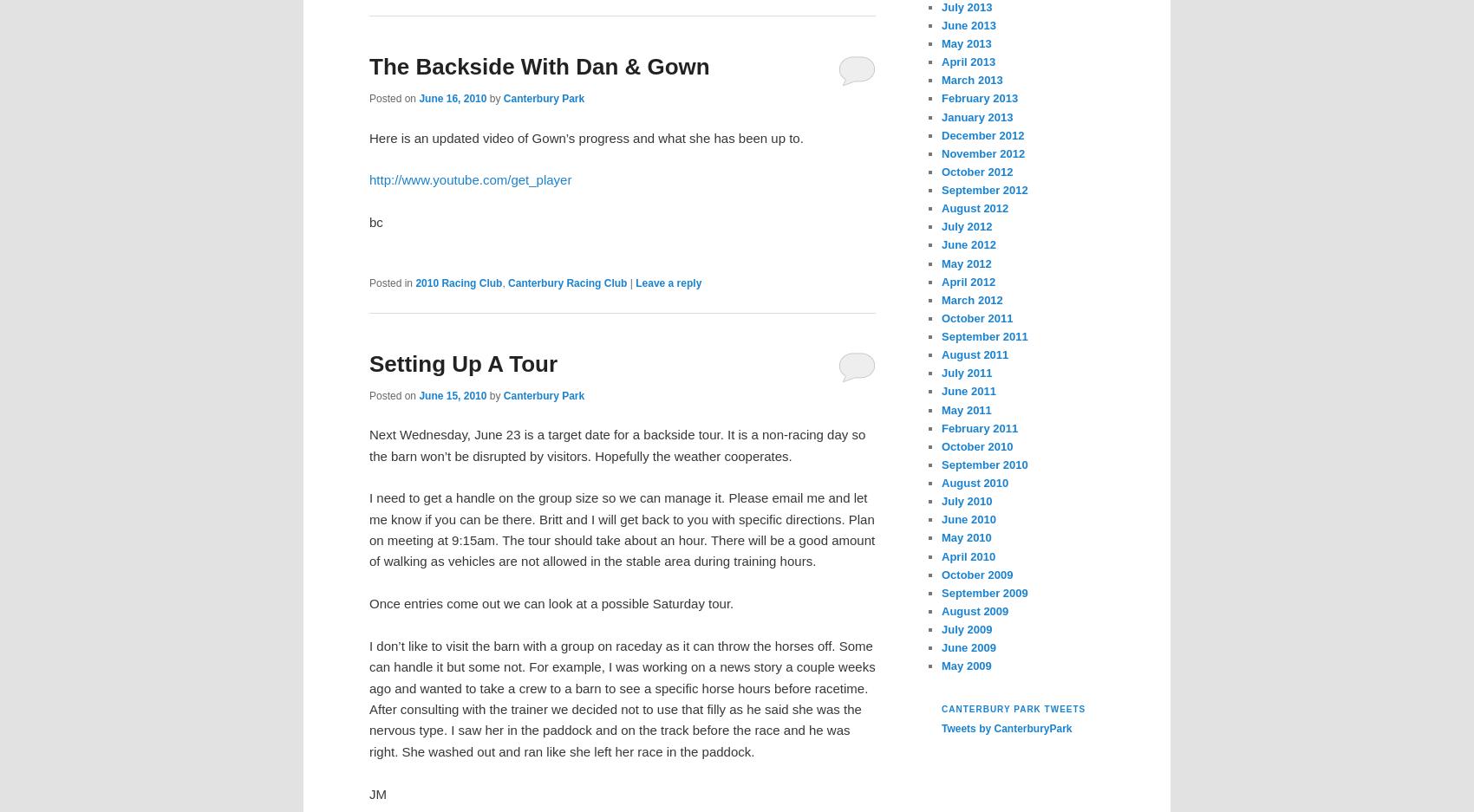  Describe the element at coordinates (976, 171) in the screenshot. I see `'October 2012'` at that location.